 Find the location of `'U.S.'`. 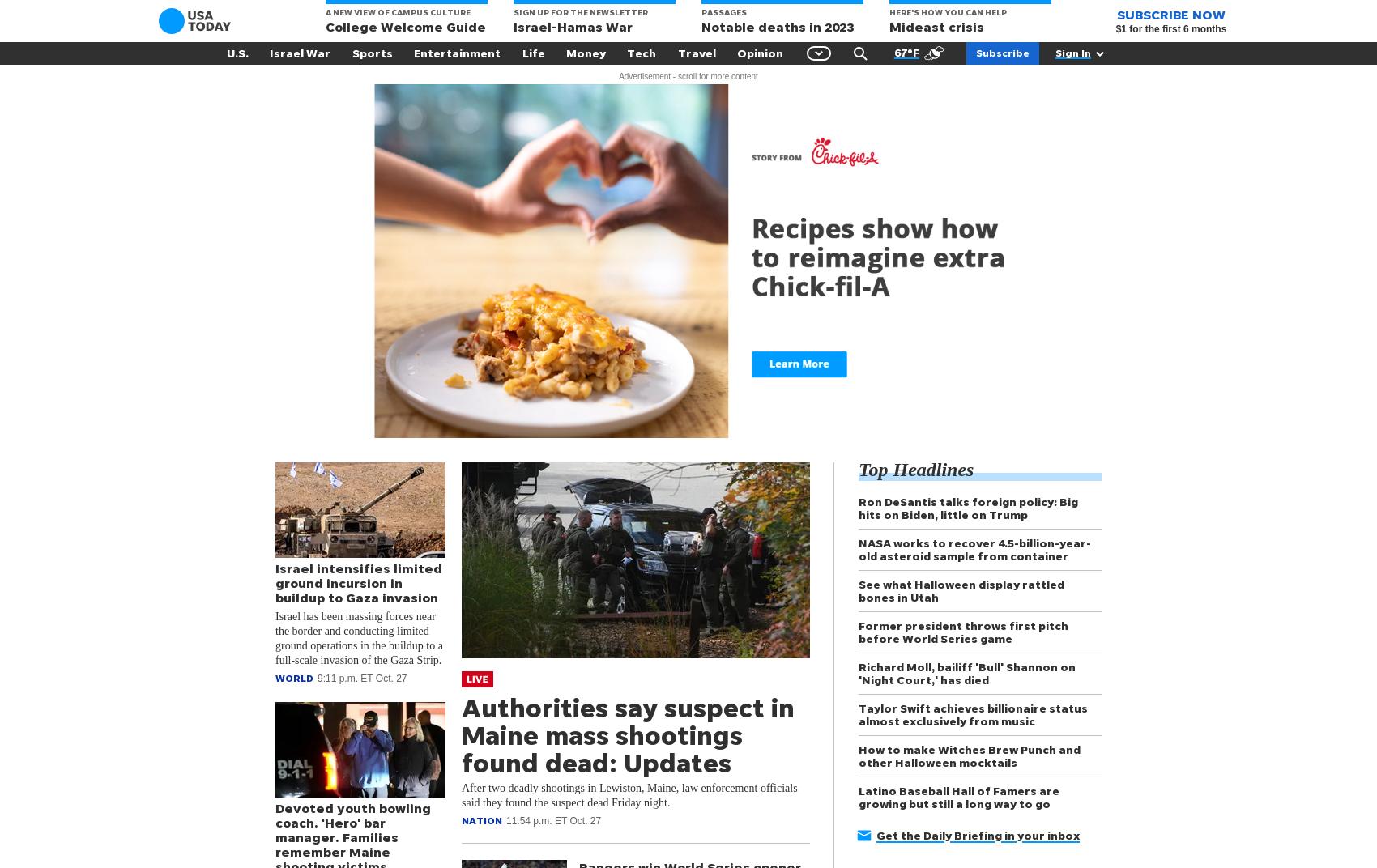

'U.S.' is located at coordinates (237, 52).